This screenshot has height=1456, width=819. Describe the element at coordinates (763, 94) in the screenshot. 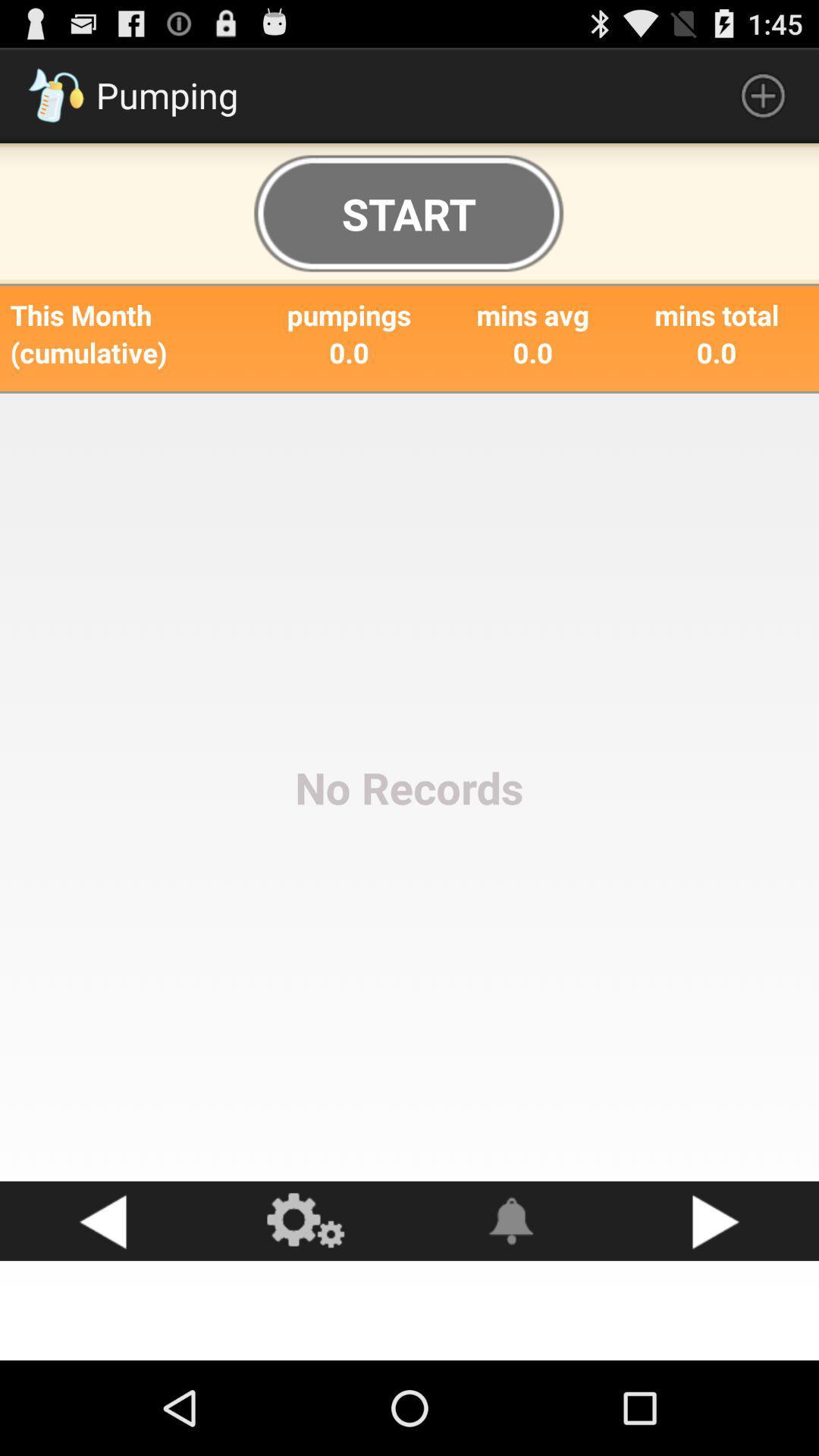

I see `the icon to the right of the pumping app` at that location.